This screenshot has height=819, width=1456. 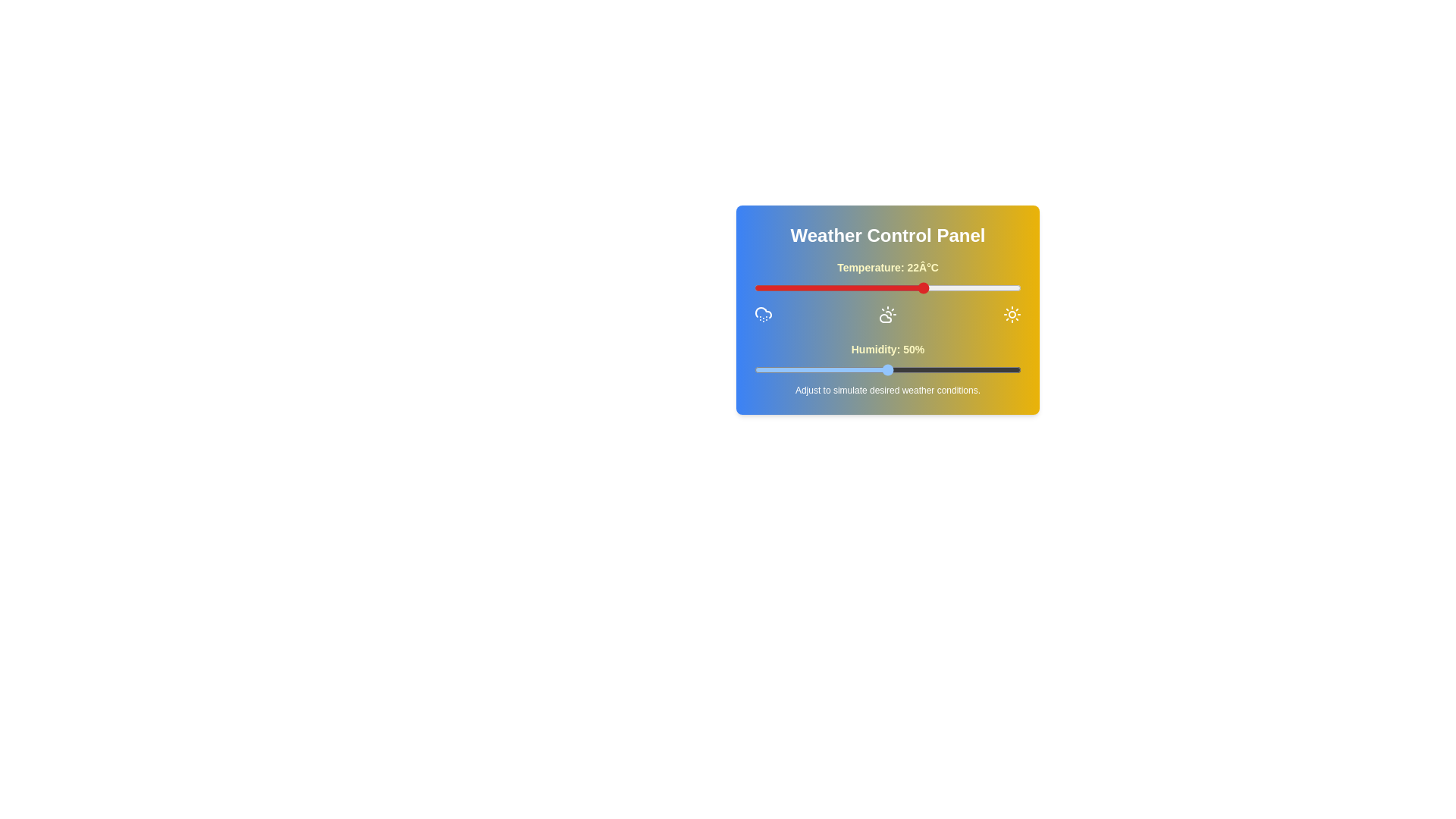 I want to click on humidity, so click(x=839, y=370).